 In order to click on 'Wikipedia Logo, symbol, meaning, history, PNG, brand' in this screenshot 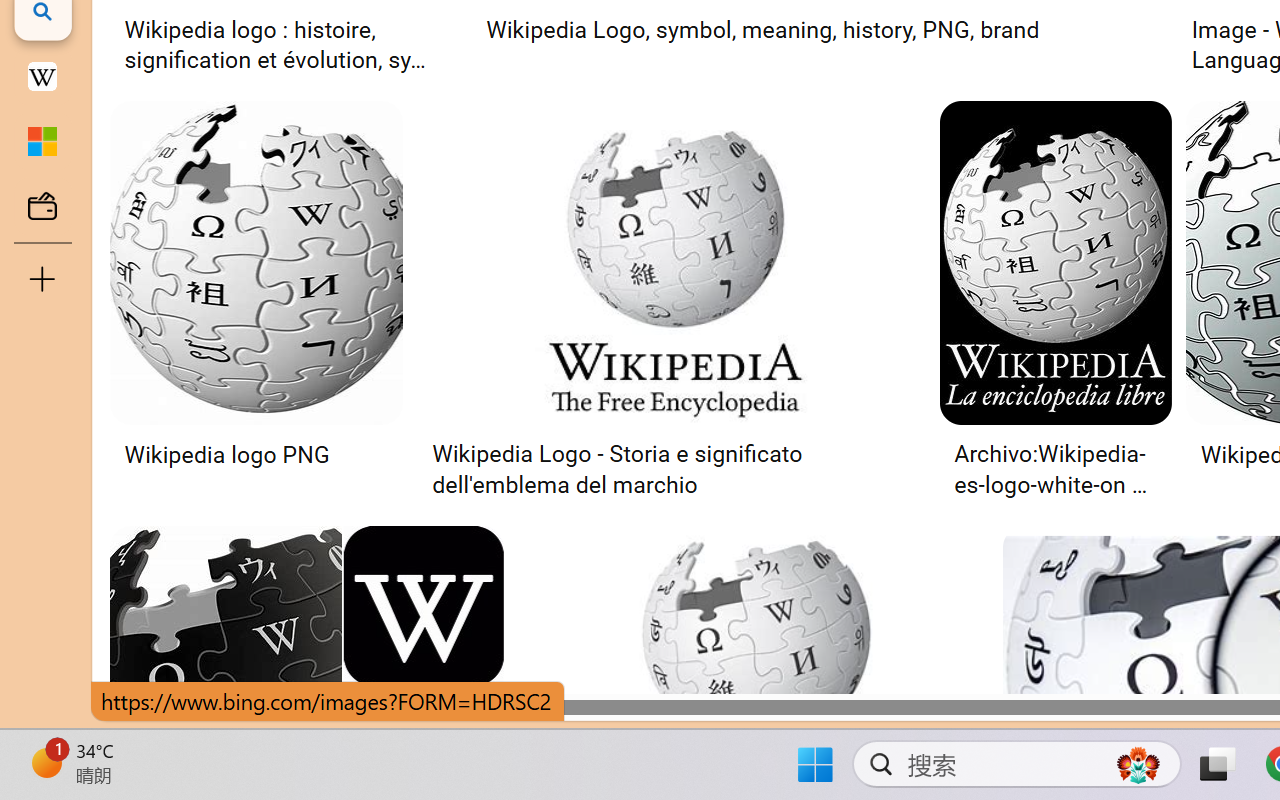, I will do `click(761, 30)`.